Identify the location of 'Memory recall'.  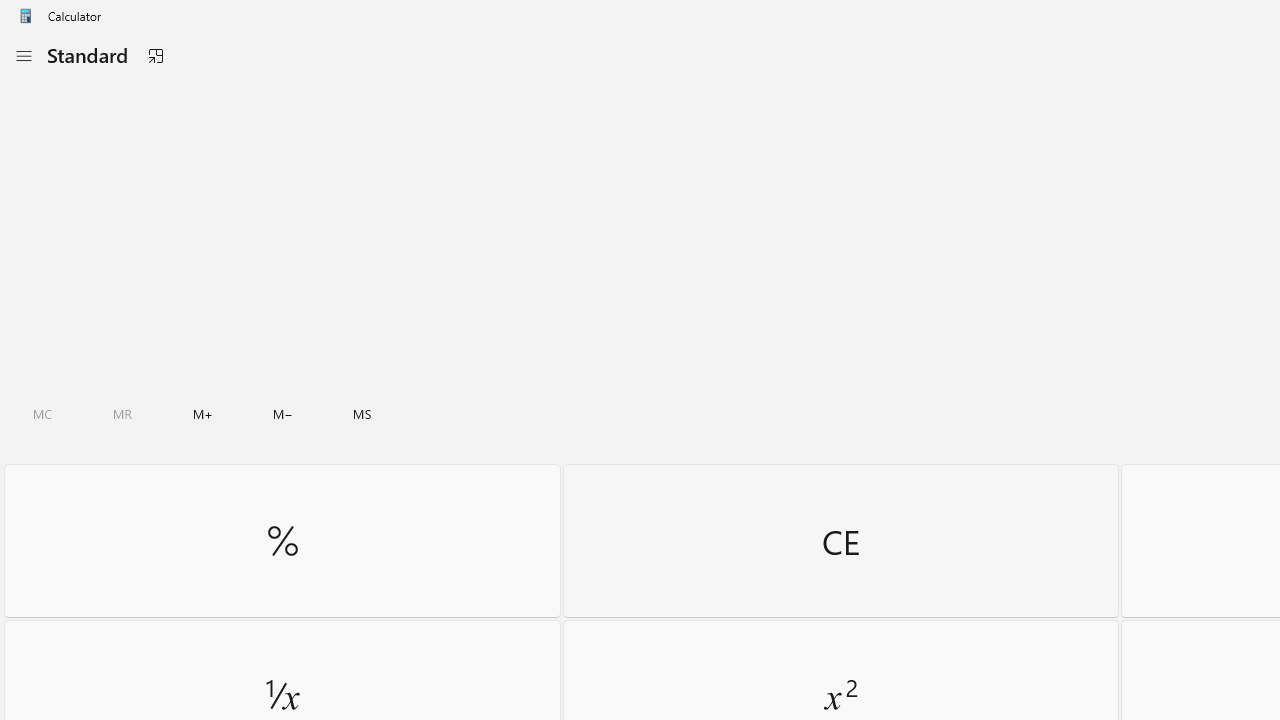
(122, 413).